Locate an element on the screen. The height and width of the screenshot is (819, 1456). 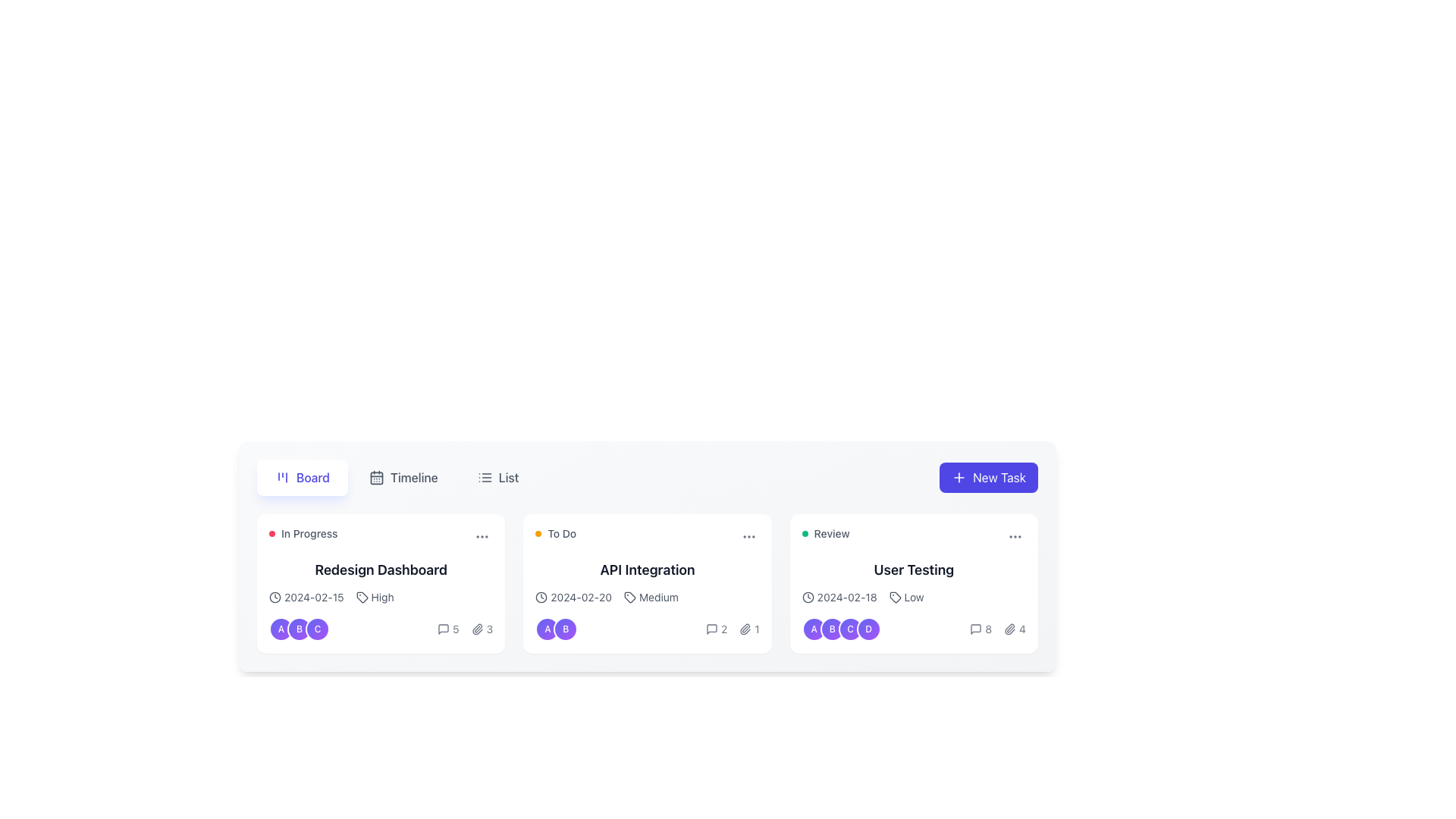
the fourth circular avatar or label element representing 'D', which is positioned to the rightmost side of its grouping is located at coordinates (868, 629).